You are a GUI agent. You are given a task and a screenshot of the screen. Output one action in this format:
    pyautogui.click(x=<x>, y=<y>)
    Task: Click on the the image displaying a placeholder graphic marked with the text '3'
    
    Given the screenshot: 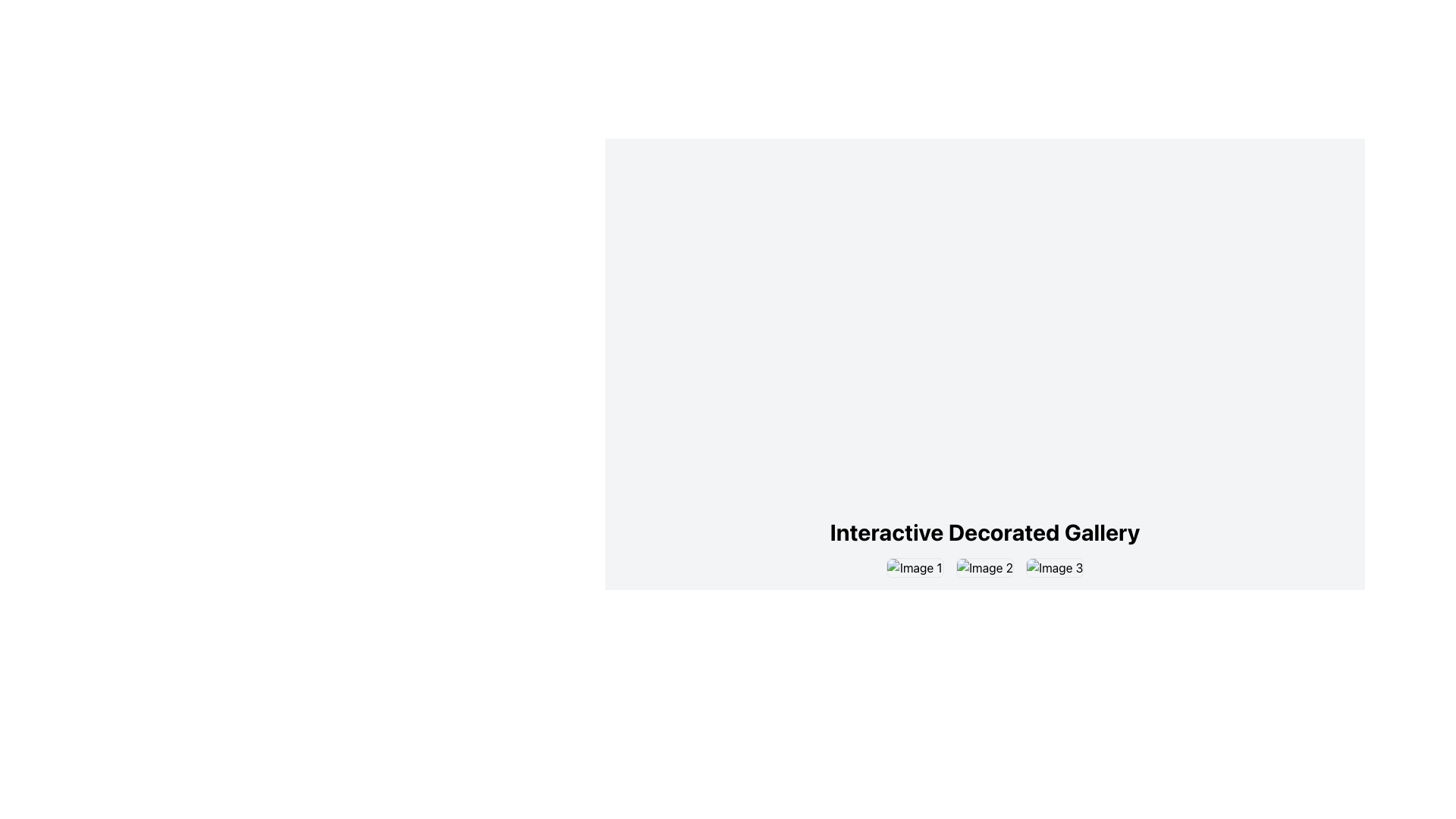 What is the action you would take?
    pyautogui.click(x=1054, y=567)
    